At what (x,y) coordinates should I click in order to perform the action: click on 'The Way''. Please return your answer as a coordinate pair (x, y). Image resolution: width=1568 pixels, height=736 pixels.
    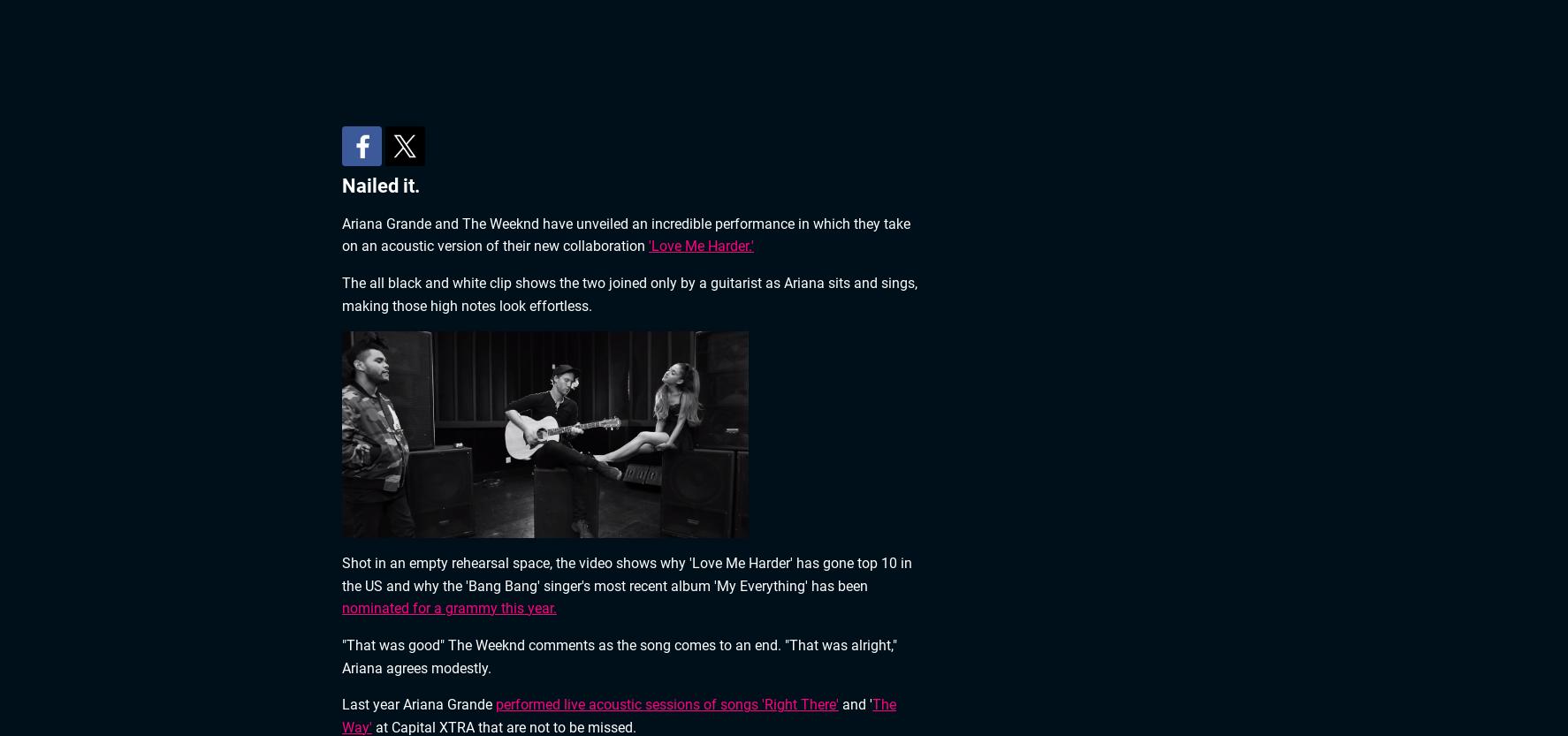
    Looking at the image, I should click on (619, 715).